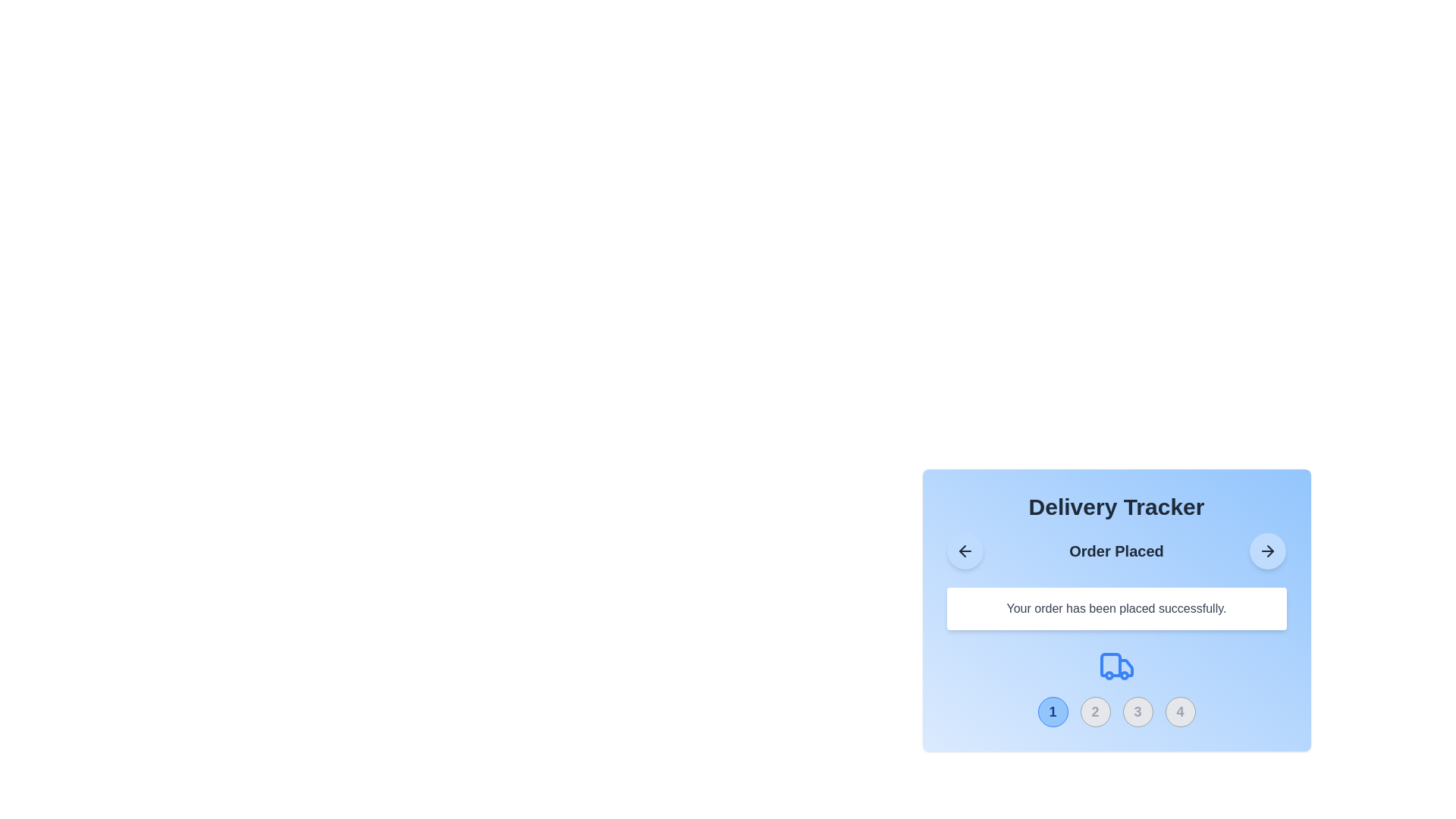 Image resolution: width=1456 pixels, height=819 pixels. Describe the element at coordinates (1137, 711) in the screenshot. I see `the third circular button in the 'Delivery Tracker' interface` at that location.